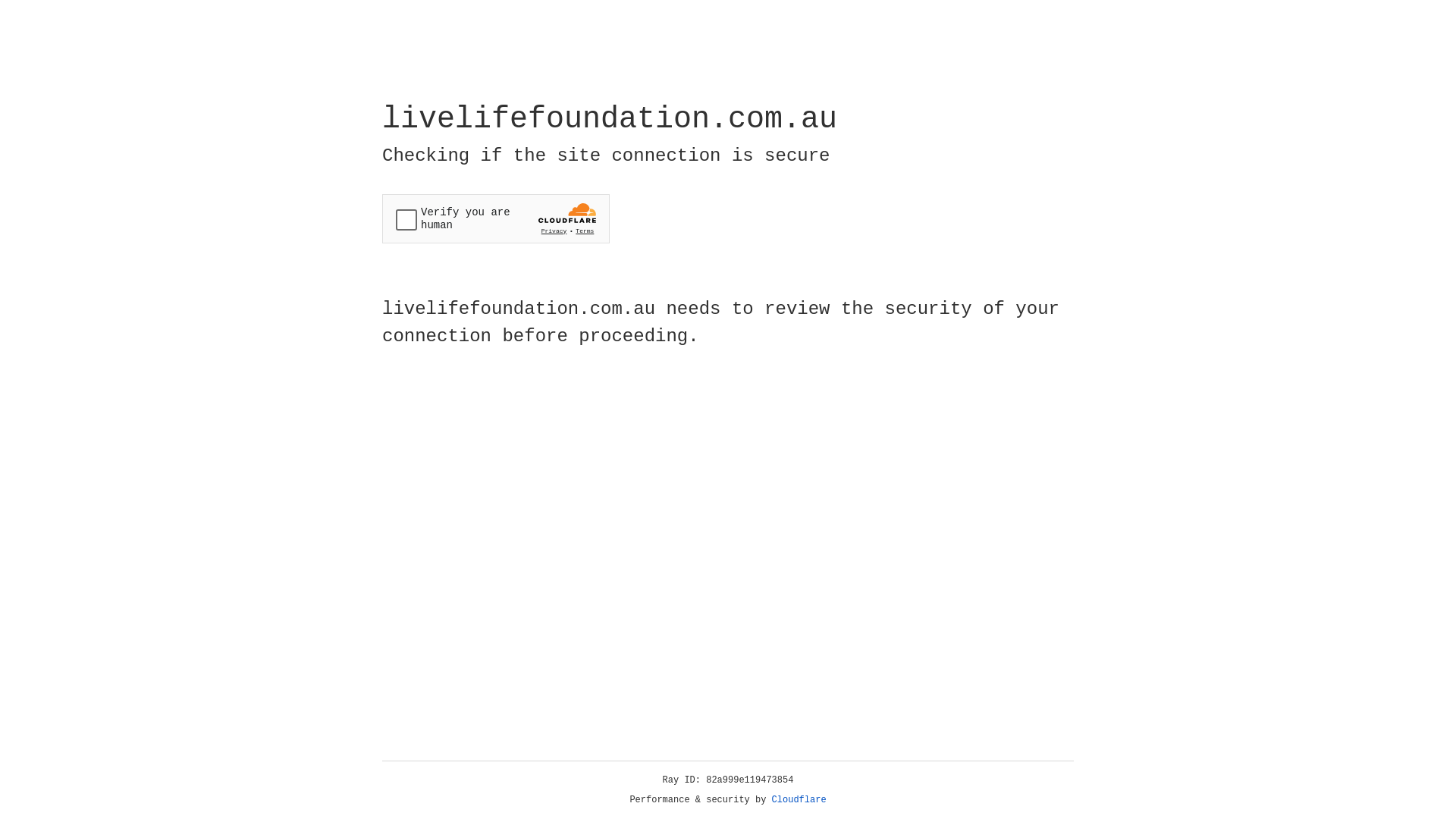  I want to click on 'Cloudflare', so click(771, 799).